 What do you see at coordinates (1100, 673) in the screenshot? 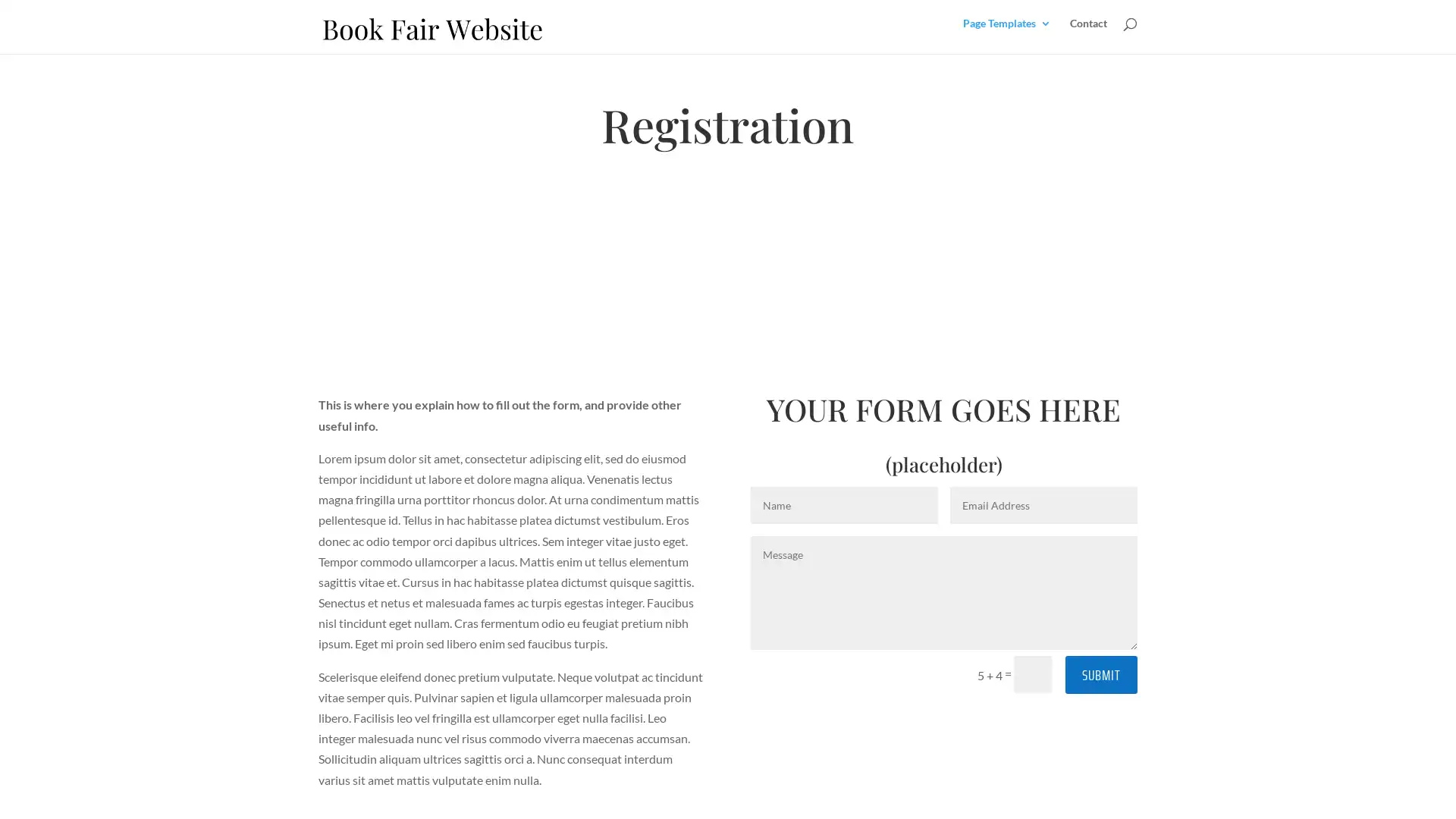
I see `SUBMIT 5` at bounding box center [1100, 673].